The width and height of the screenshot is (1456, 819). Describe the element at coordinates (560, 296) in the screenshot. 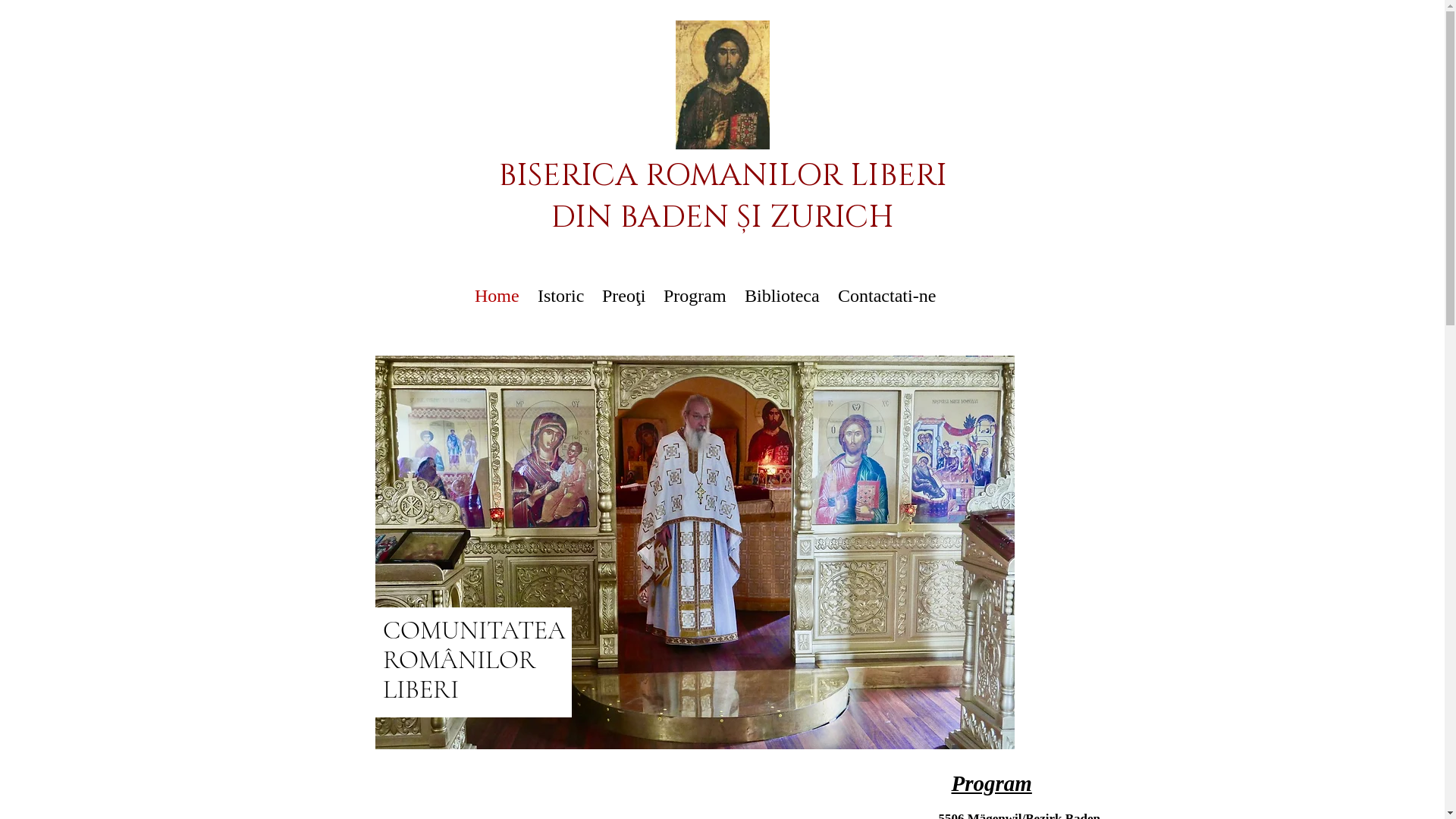

I see `'Istoric'` at that location.